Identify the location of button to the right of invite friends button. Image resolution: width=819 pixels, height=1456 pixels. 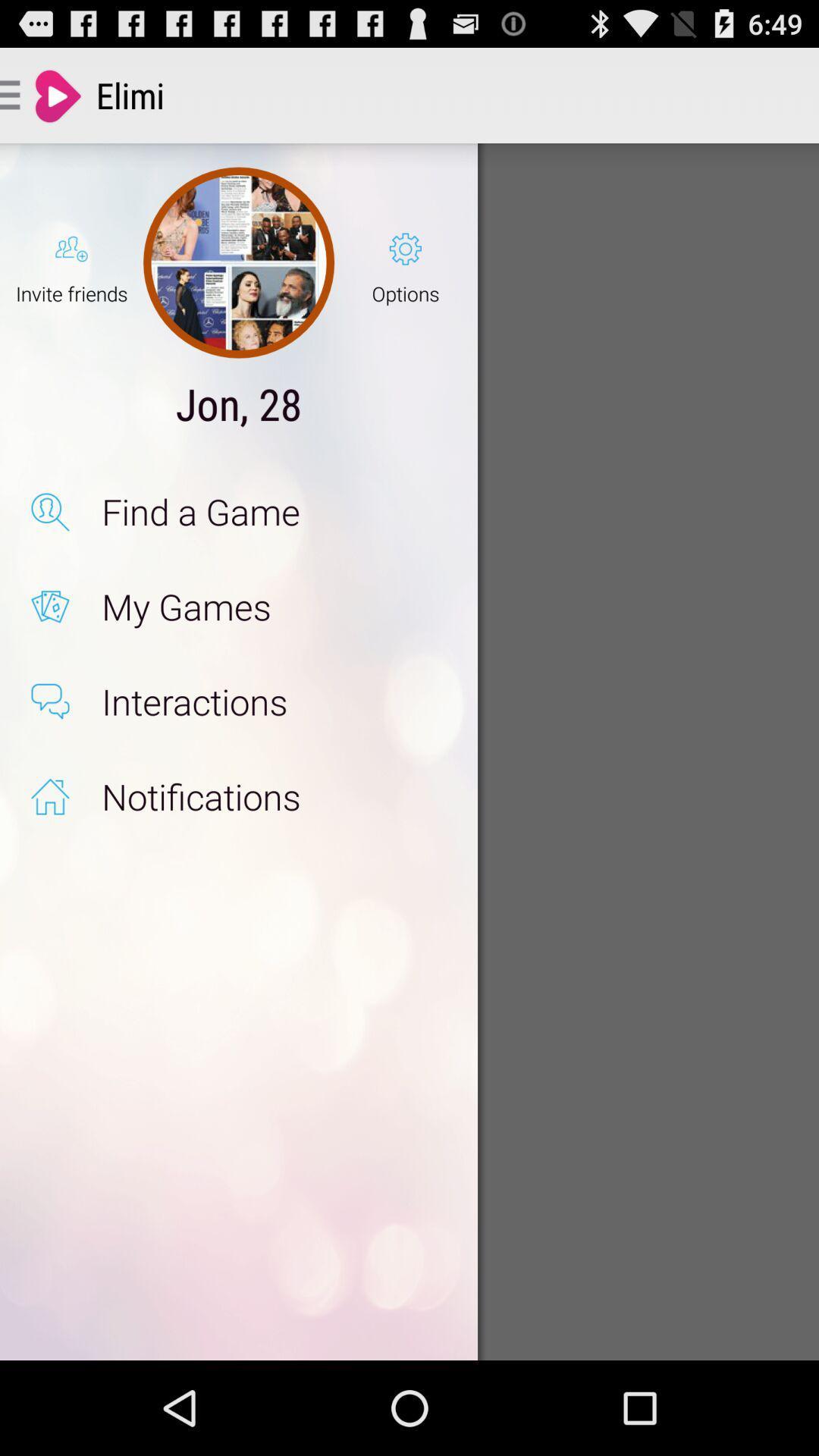
(239, 262).